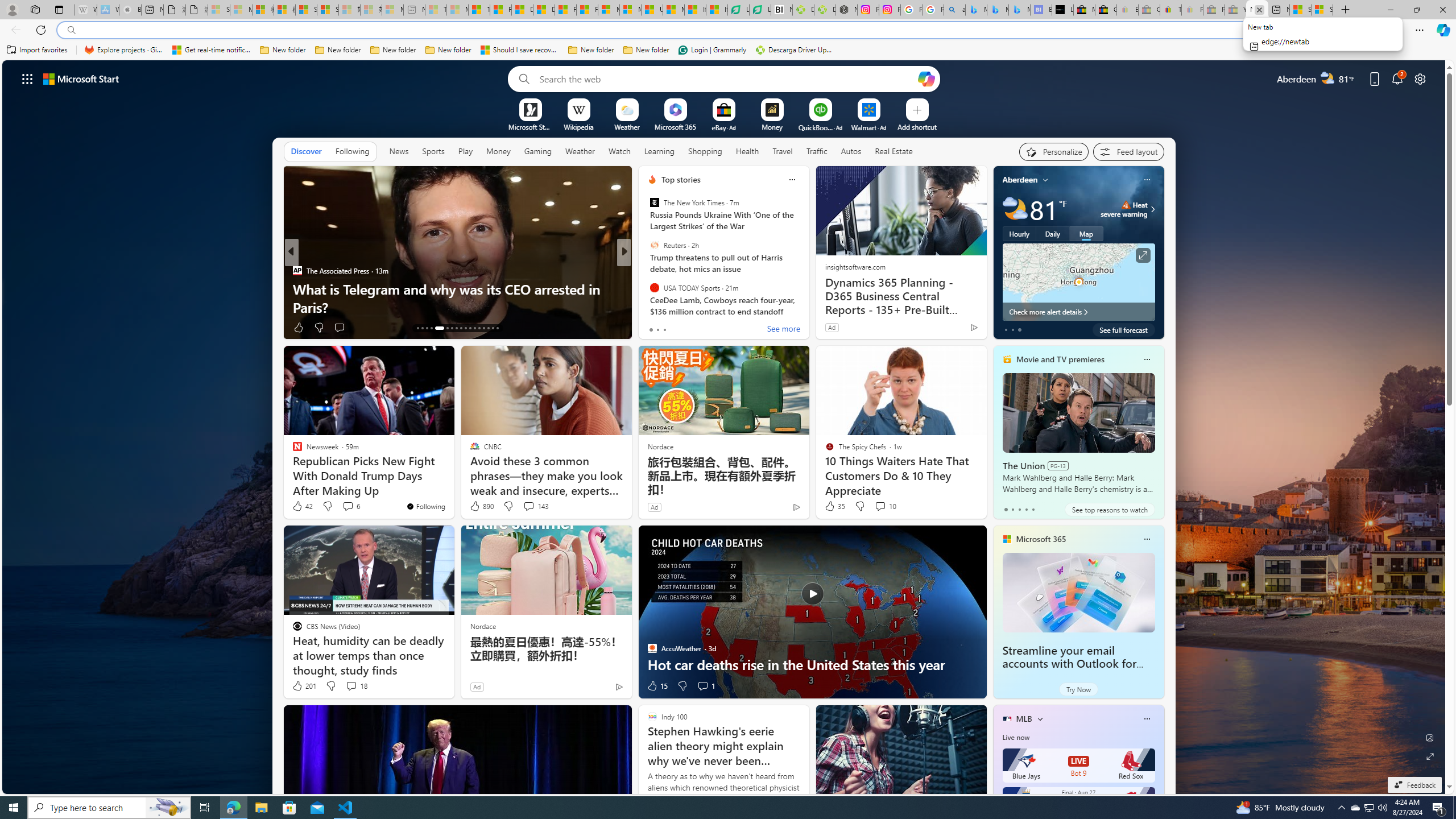  What do you see at coordinates (350, 505) in the screenshot?
I see `'View comments 6 Comment'` at bounding box center [350, 505].